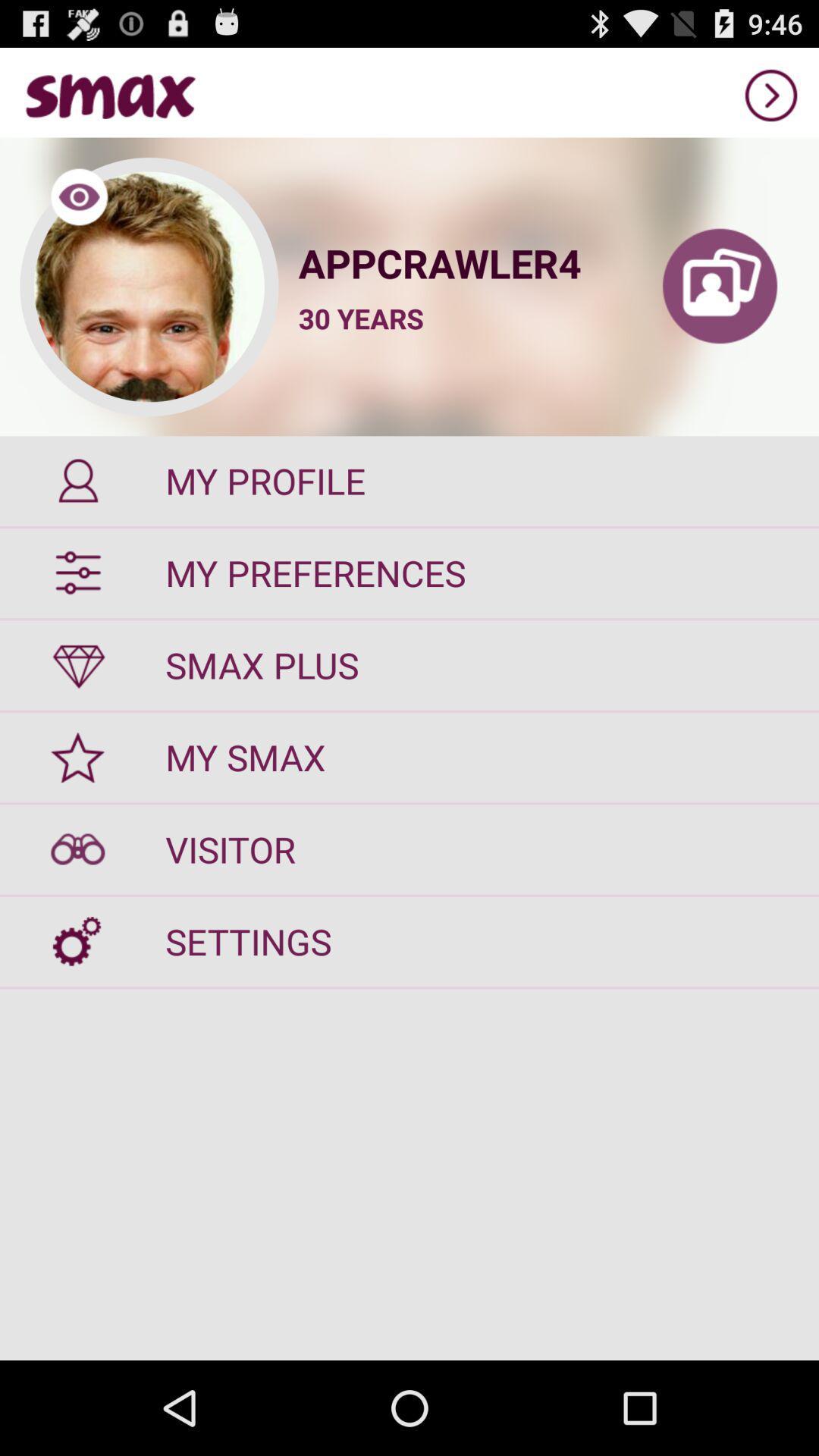 This screenshot has width=819, height=1456. I want to click on visitor, so click(409, 849).